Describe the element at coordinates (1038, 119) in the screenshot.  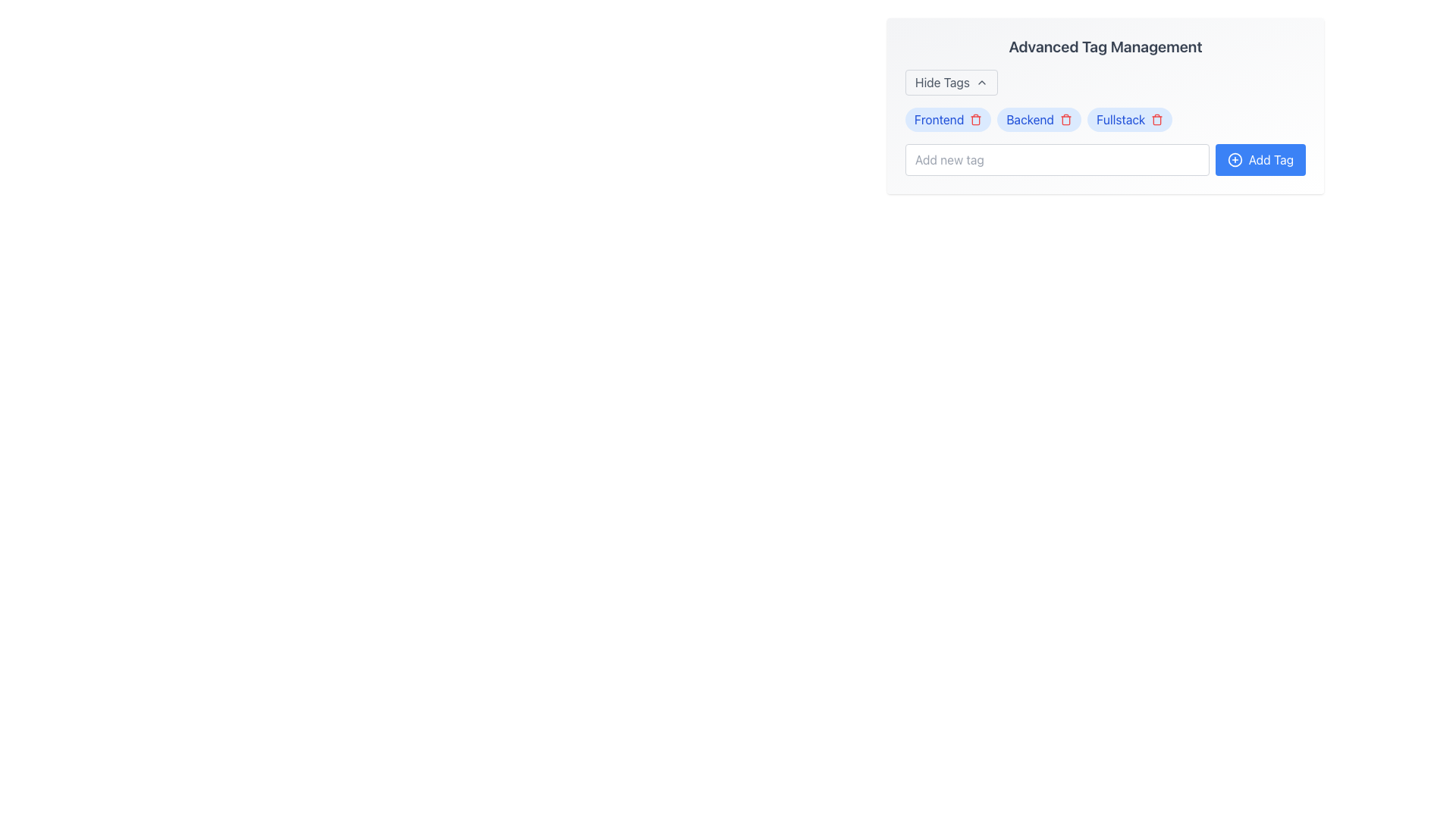
I see `the pill-shaped tag with the light blue background and dark blue text reading 'Backend'` at that location.